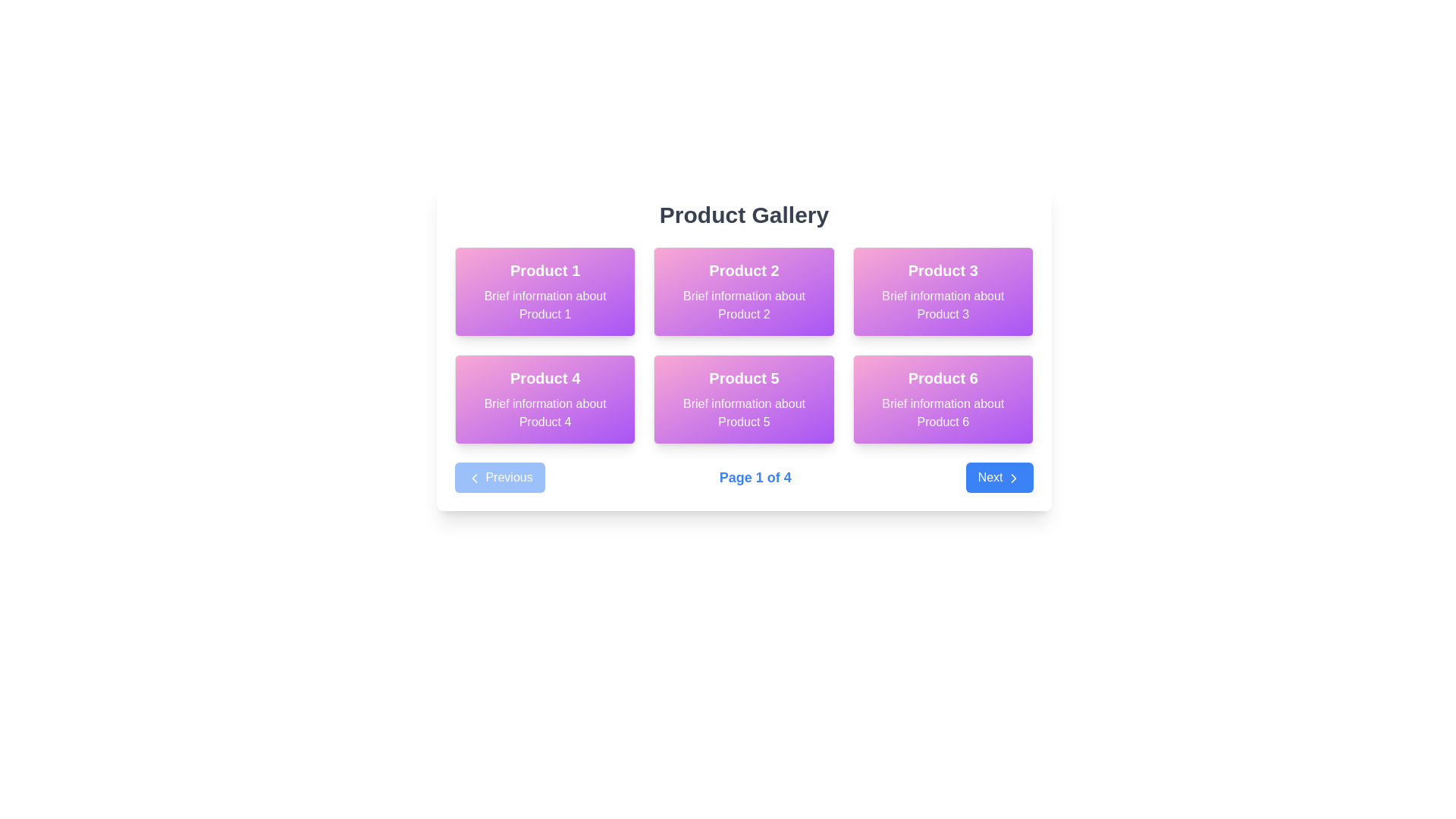 This screenshot has height=819, width=1456. What do you see at coordinates (942, 292) in the screenshot?
I see `the Information Card displaying details about 'Product 3', located in the top-right corner of the grid, specifically at the third position in the first row` at bounding box center [942, 292].